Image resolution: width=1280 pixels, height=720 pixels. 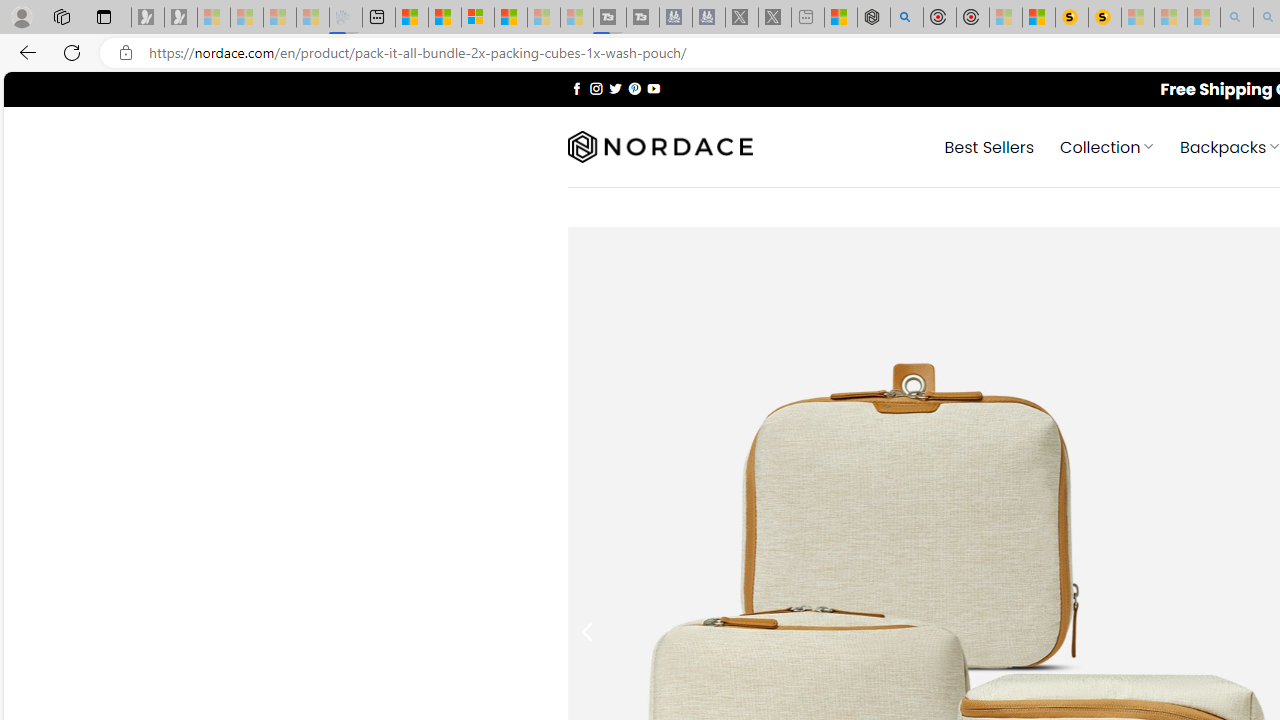 What do you see at coordinates (905, 17) in the screenshot?
I see `'poe - Search'` at bounding box center [905, 17].